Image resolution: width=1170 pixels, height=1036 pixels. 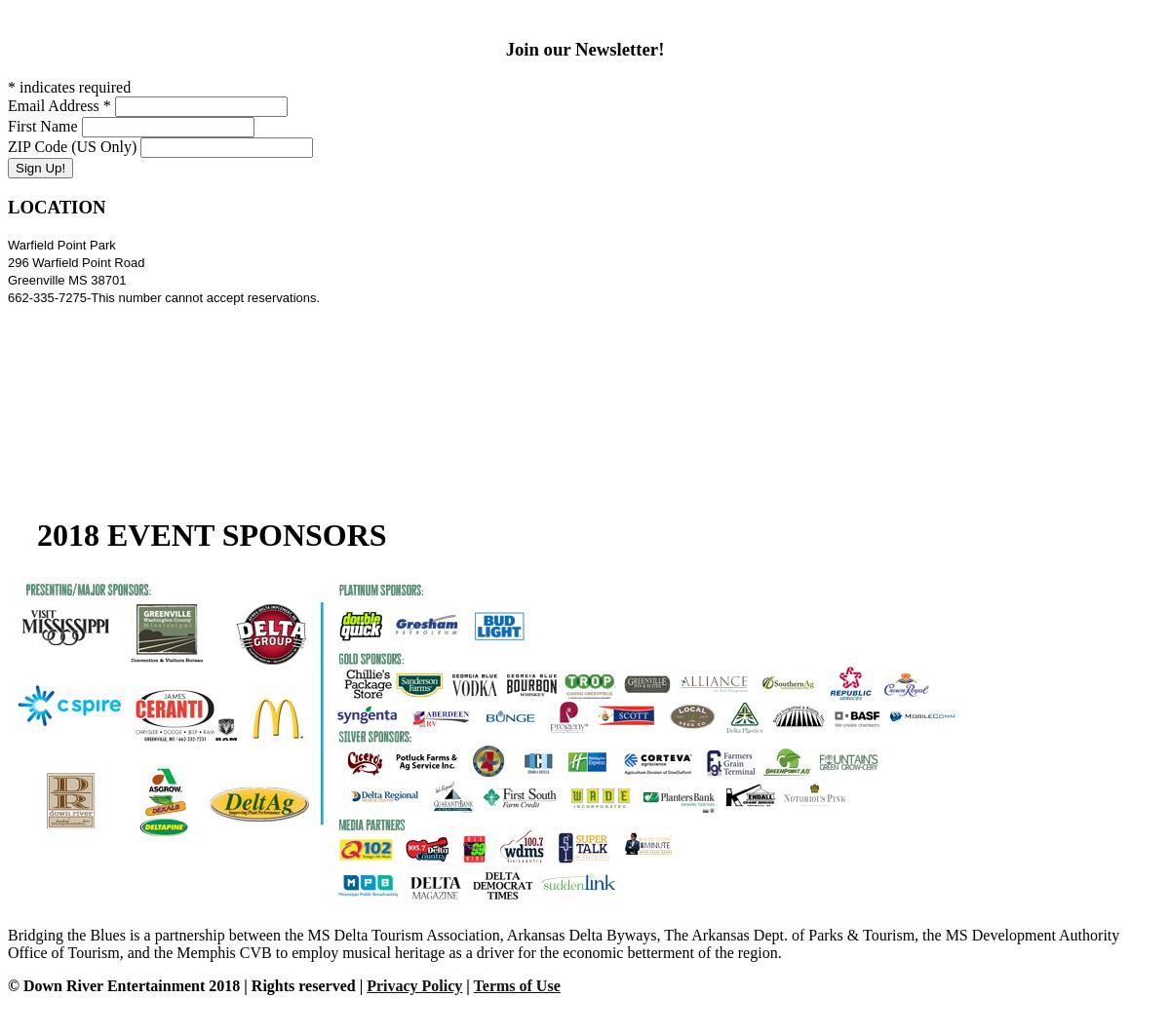 I want to click on 'Warfield Point Park', so click(x=61, y=245).